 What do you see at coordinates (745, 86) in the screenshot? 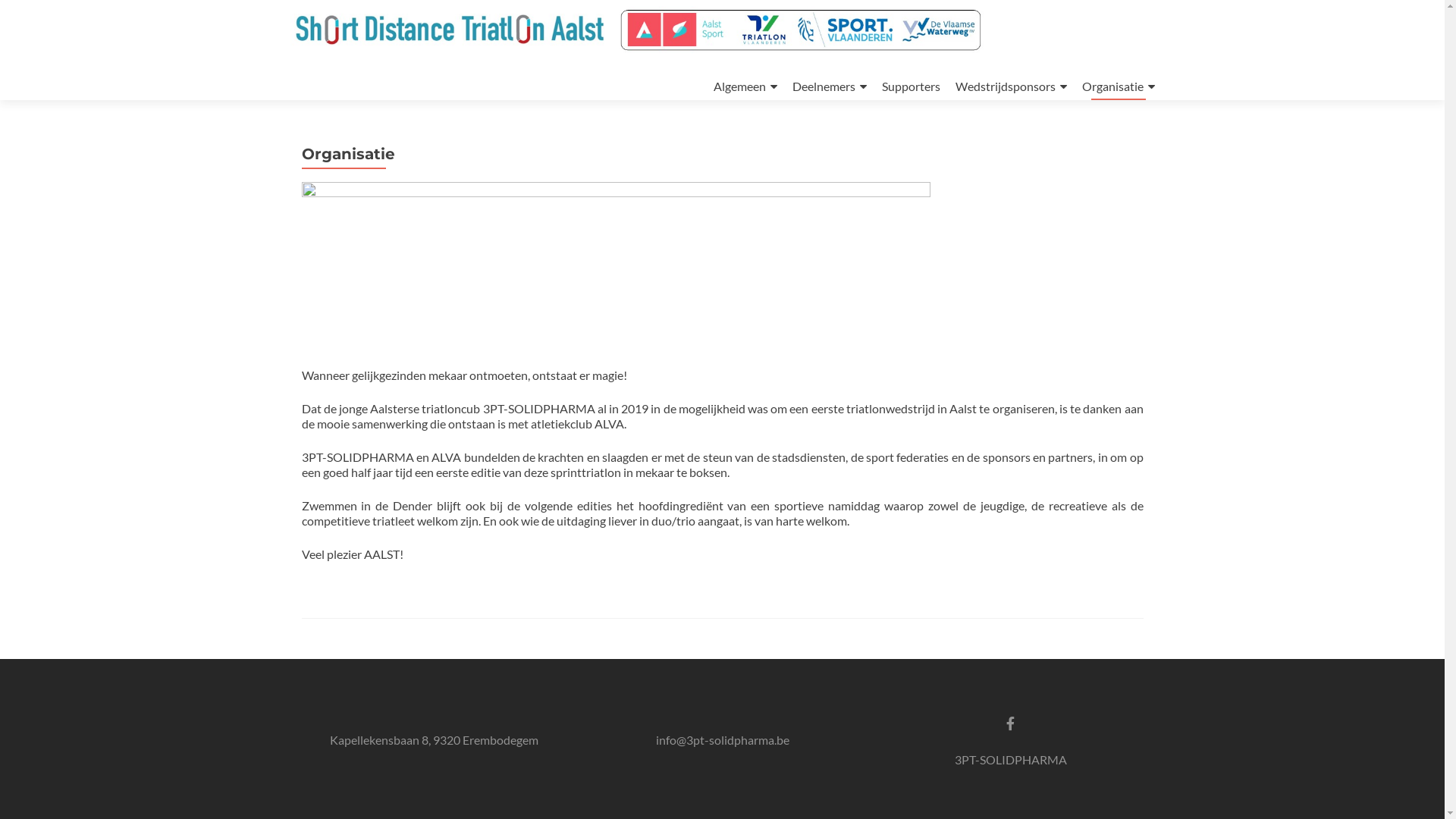
I see `'Algemeen'` at bounding box center [745, 86].